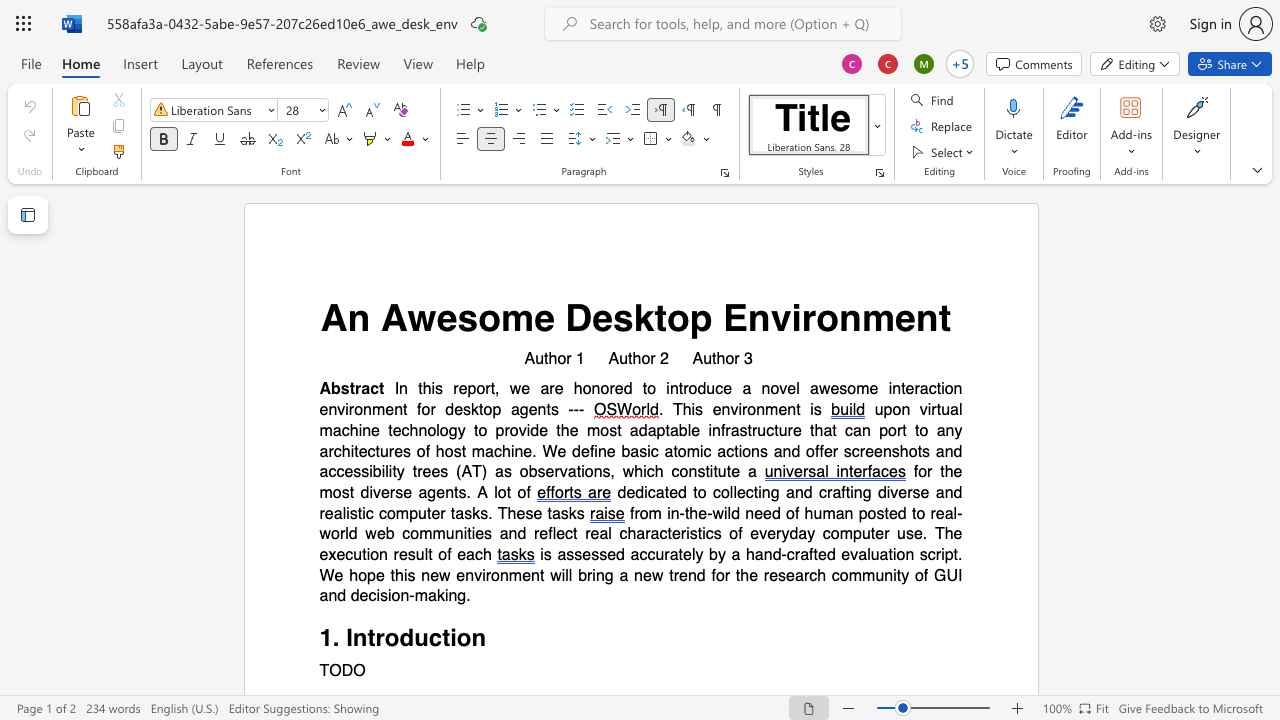 This screenshot has height=720, width=1280. What do you see at coordinates (693, 409) in the screenshot?
I see `the 1th character "i" in the text` at bounding box center [693, 409].